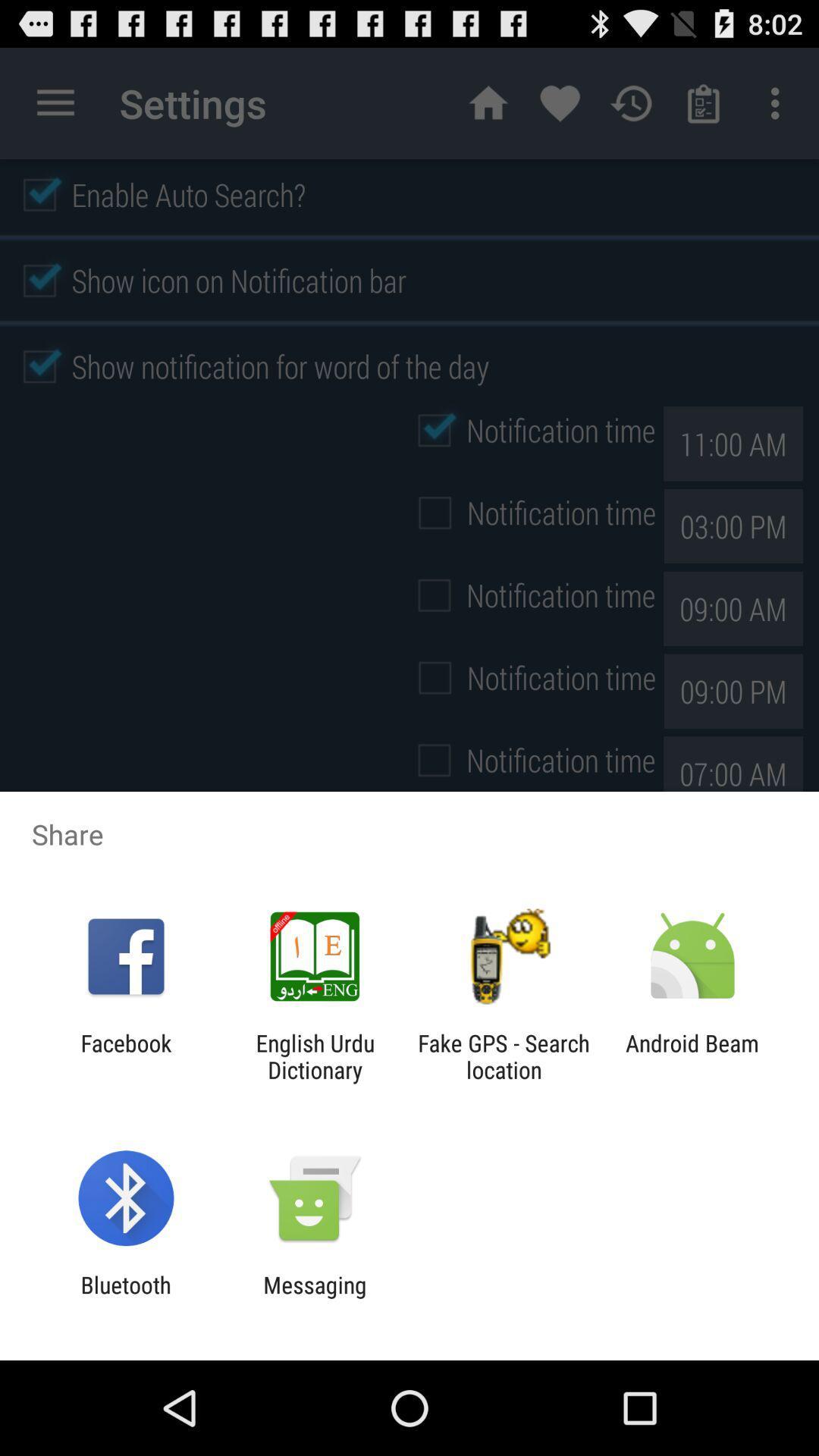  Describe the element at coordinates (125, 1298) in the screenshot. I see `icon to the left of messaging` at that location.